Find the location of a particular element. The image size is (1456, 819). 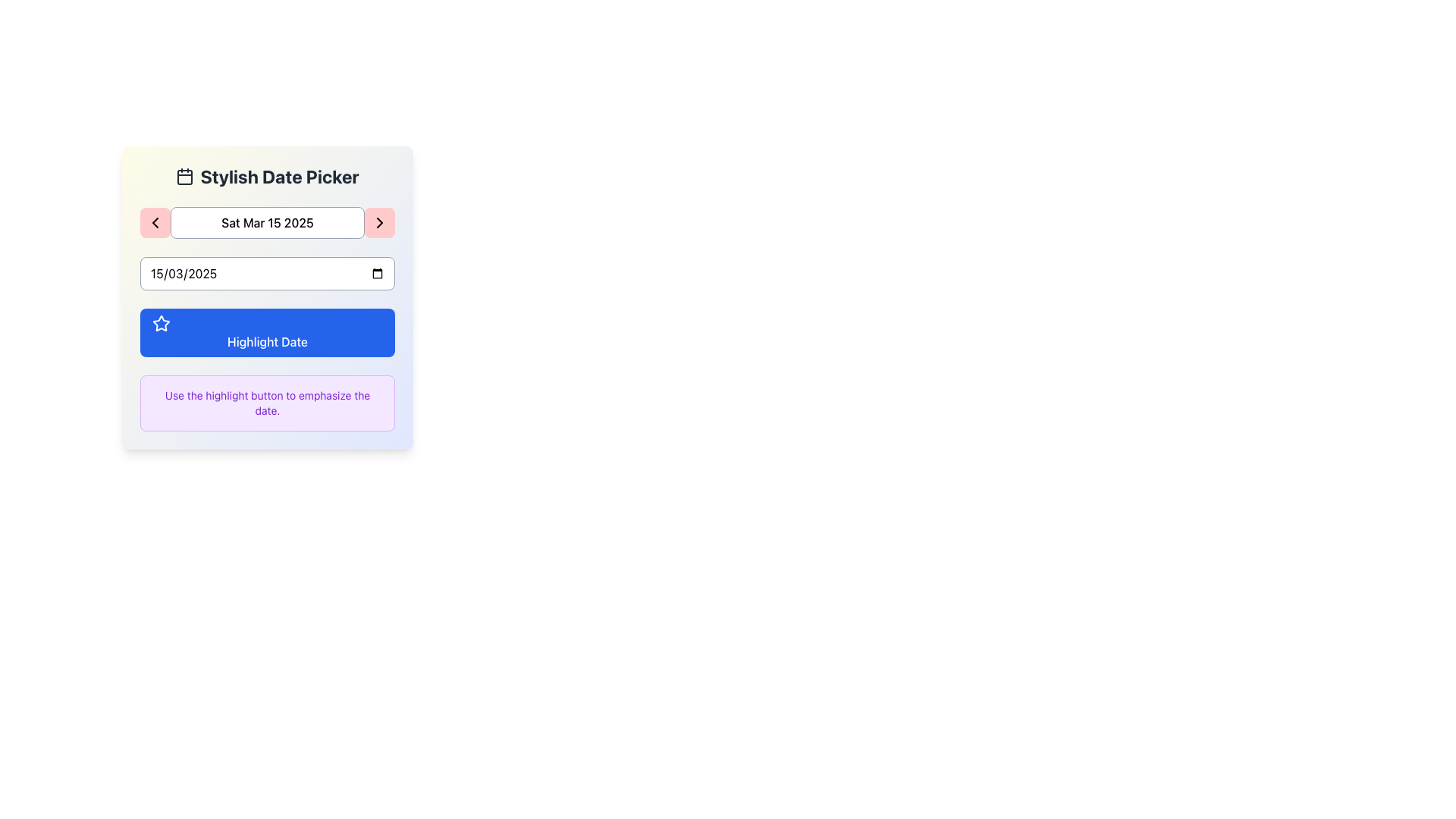

the navigation button located to the left of the date display in the date picker interface is located at coordinates (155, 222).